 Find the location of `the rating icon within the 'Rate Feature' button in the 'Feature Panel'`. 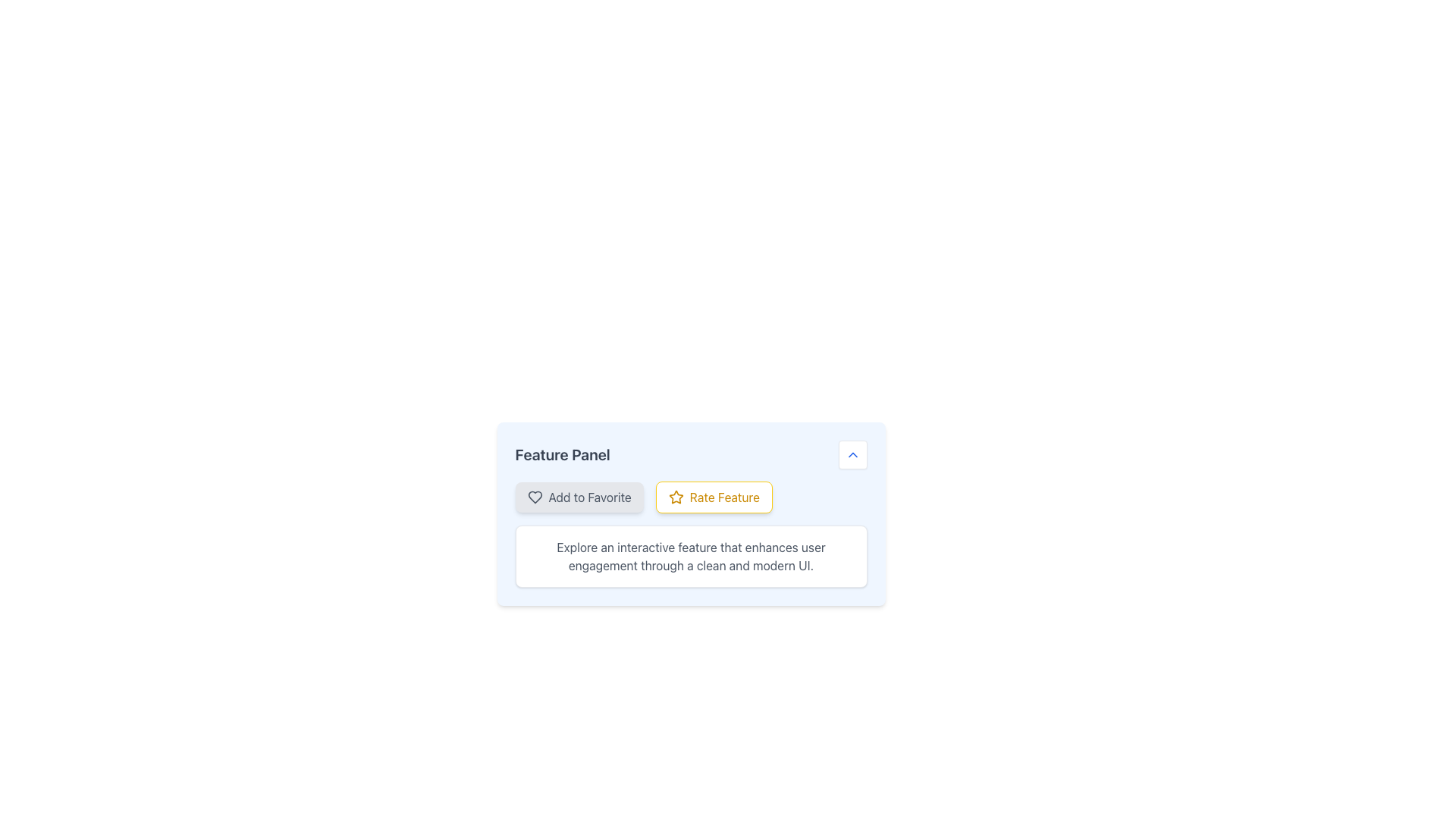

the rating icon within the 'Rate Feature' button in the 'Feature Panel' is located at coordinates (675, 497).